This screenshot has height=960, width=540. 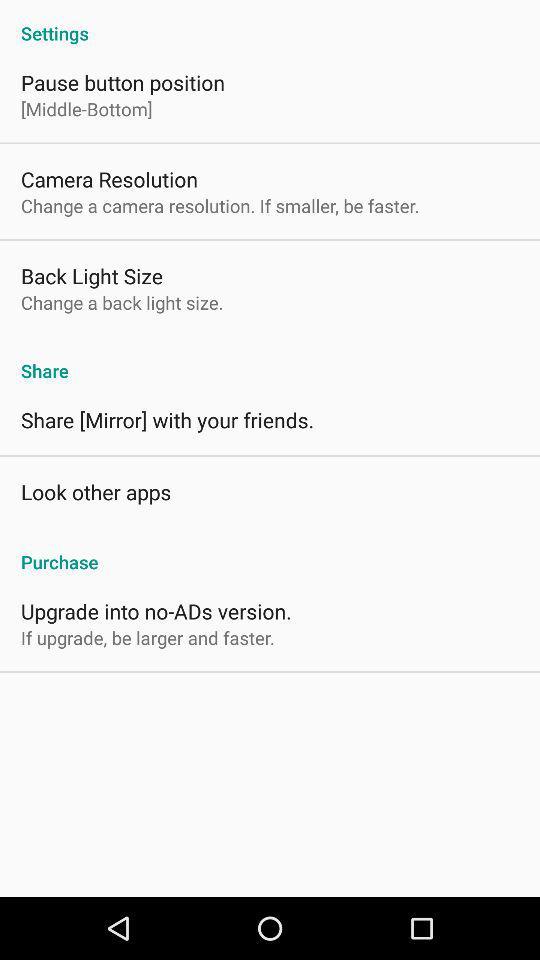 What do you see at coordinates (270, 21) in the screenshot?
I see `the settings app` at bounding box center [270, 21].